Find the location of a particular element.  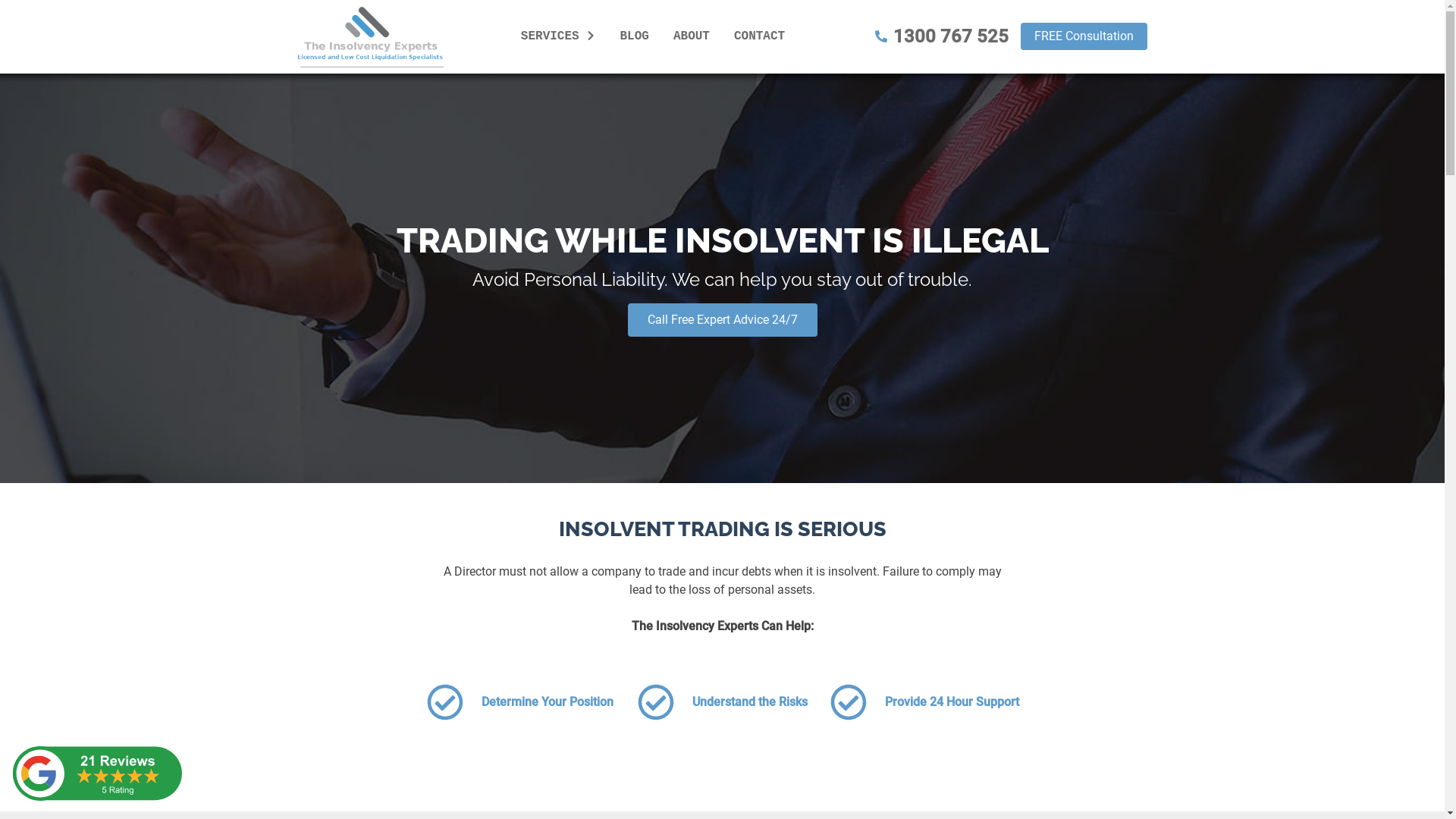

'1300 767 525' is located at coordinates (941, 35).